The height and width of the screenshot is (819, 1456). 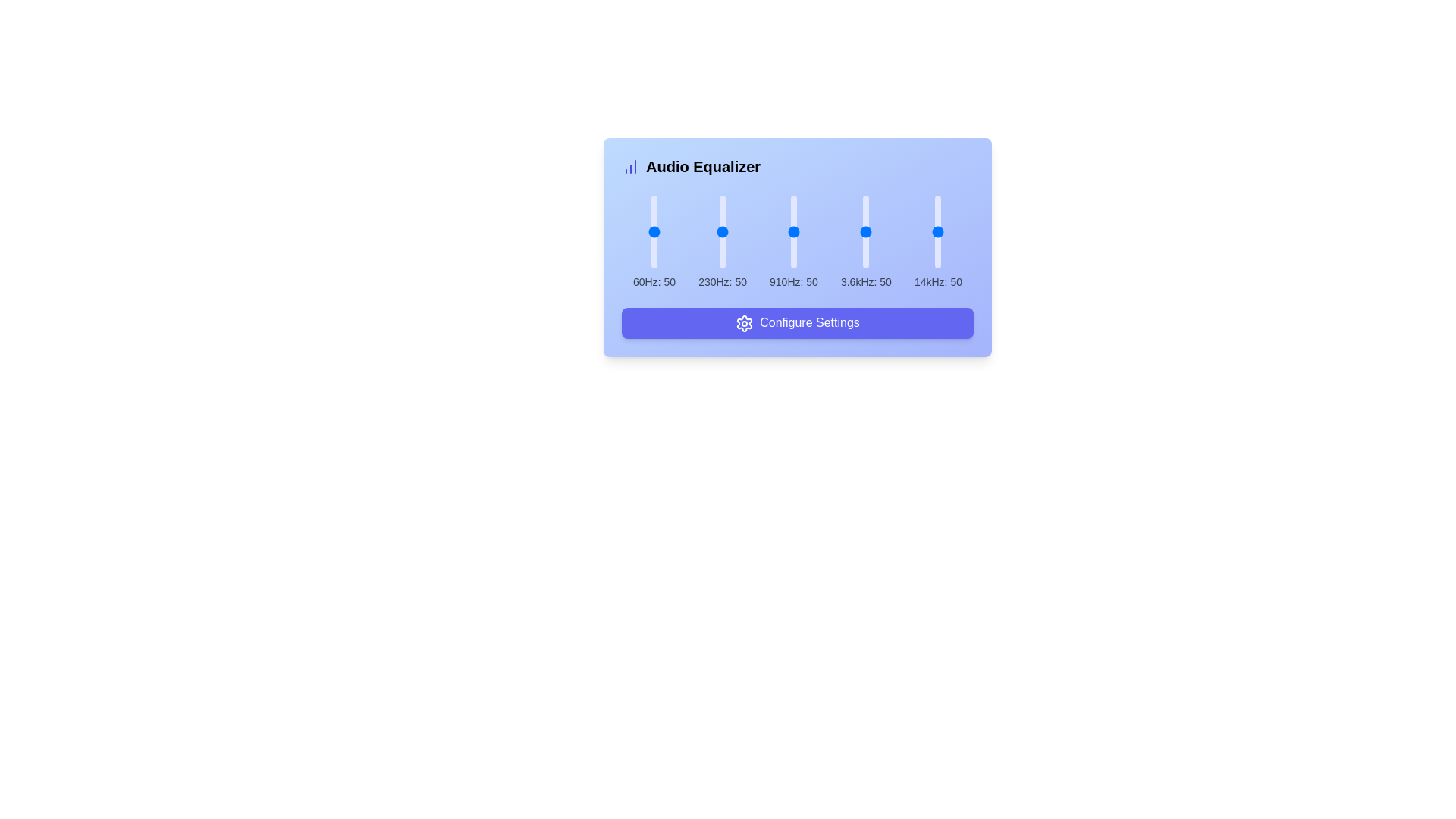 What do you see at coordinates (937, 258) in the screenshot?
I see `the 14kHz equalizer` at bounding box center [937, 258].